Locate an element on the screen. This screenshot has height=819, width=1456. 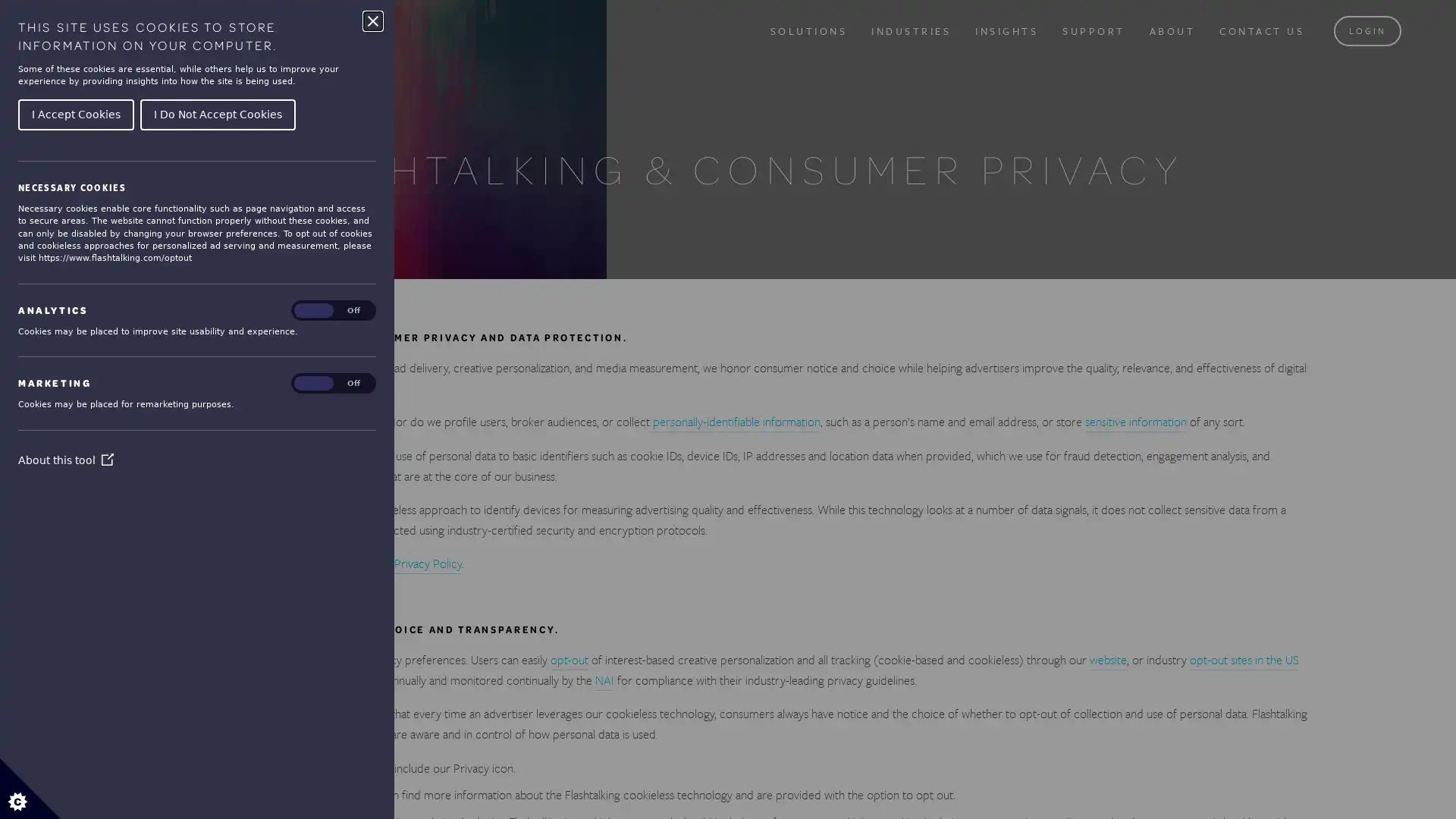
Close Cookie Control is located at coordinates (372, 20).